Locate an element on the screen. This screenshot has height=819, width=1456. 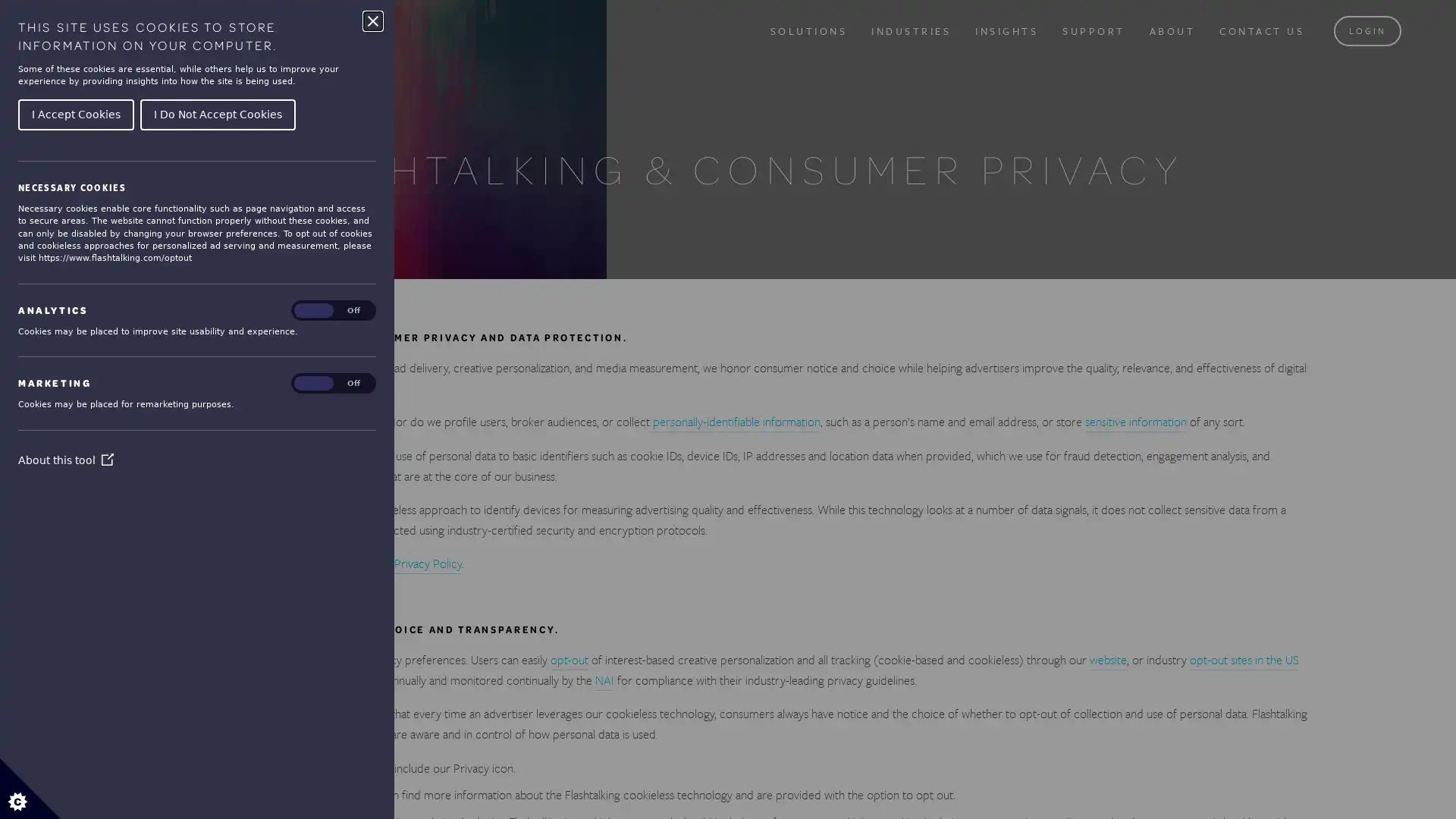
Close Cookie Control is located at coordinates (372, 20).